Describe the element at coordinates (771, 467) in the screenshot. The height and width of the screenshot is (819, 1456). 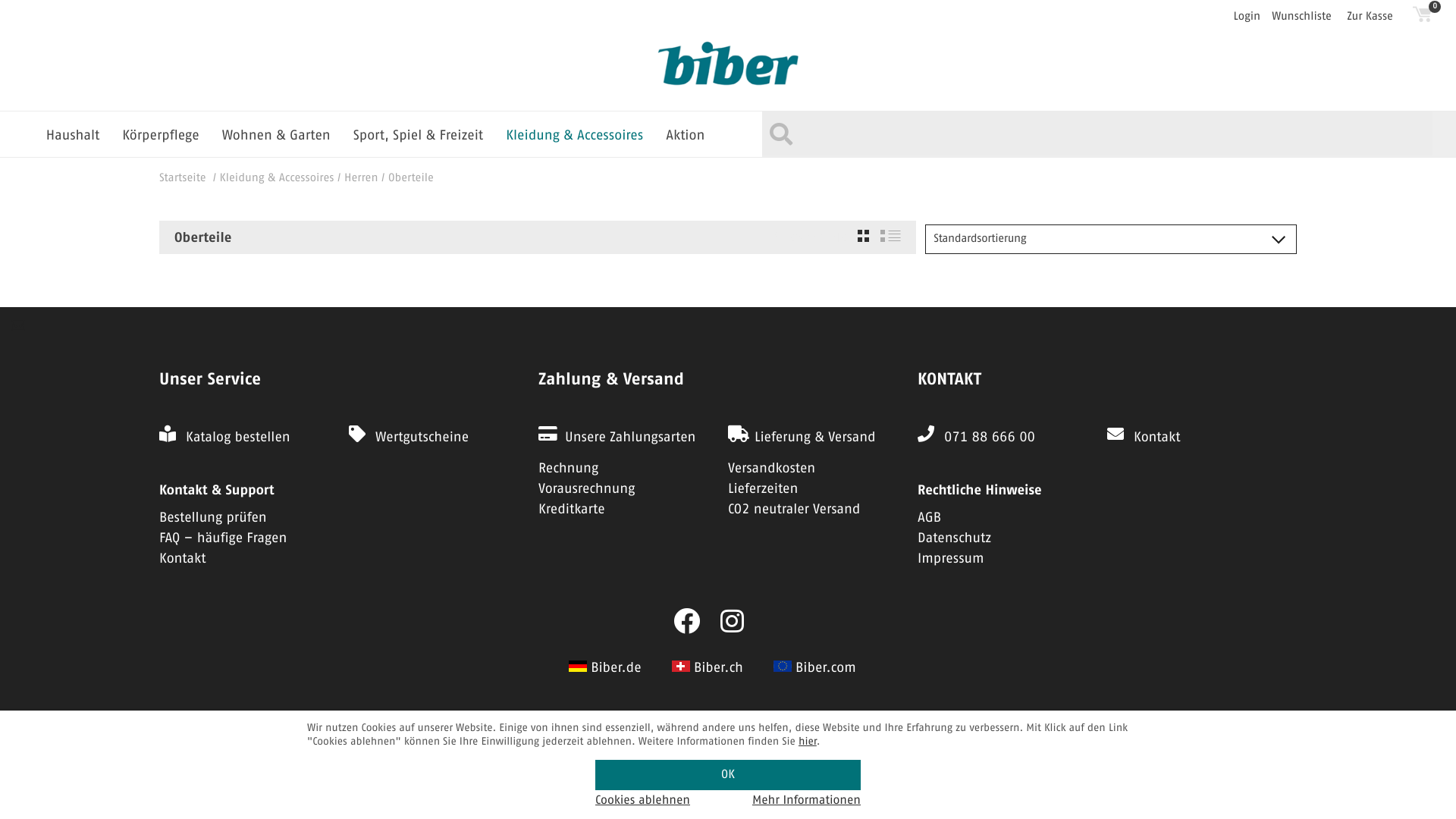
I see `'Versandkosten'` at that location.